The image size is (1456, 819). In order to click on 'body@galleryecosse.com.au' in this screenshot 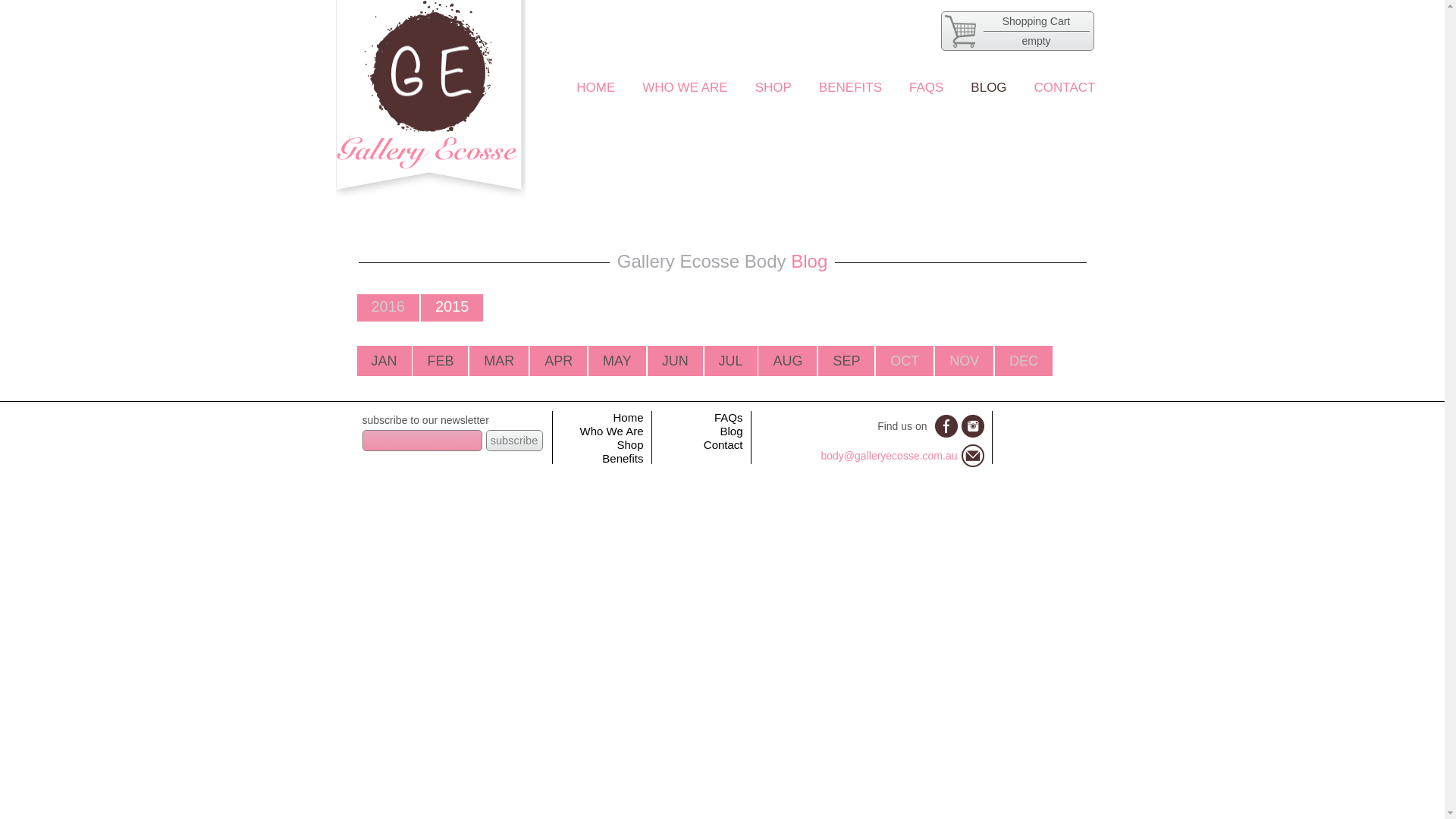, I will do `click(889, 455)`.